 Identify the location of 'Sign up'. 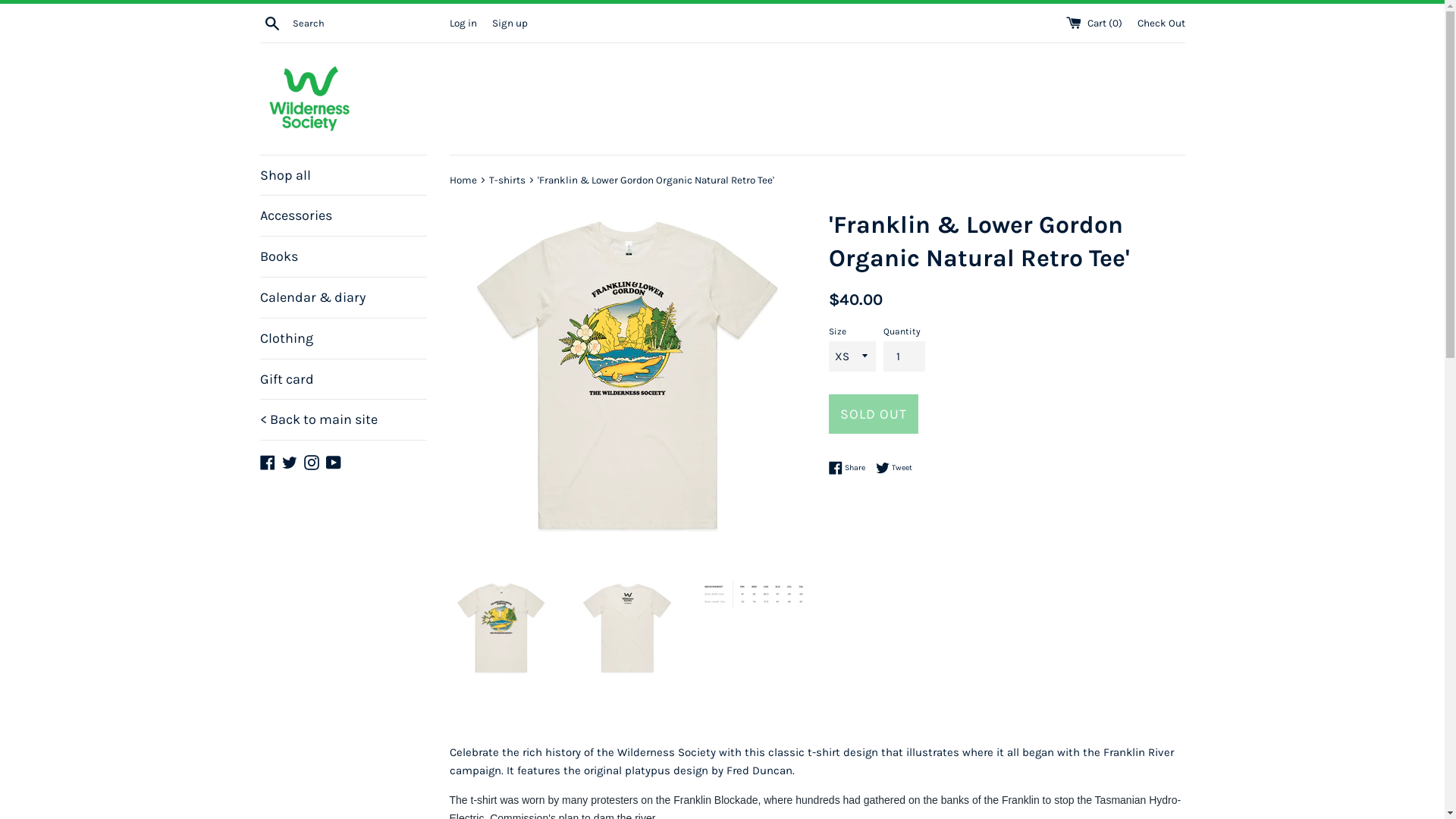
(491, 22).